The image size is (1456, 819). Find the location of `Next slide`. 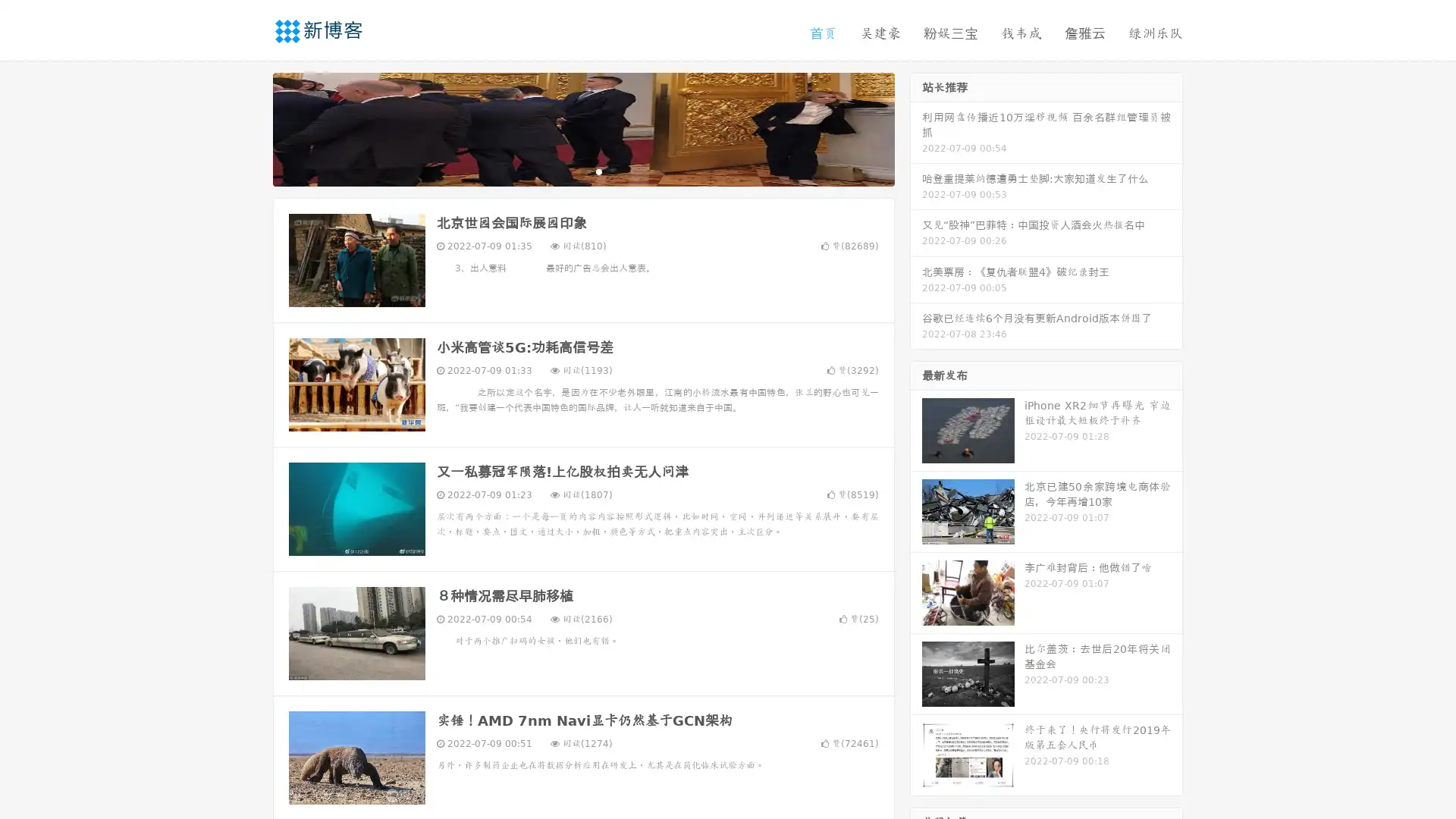

Next slide is located at coordinates (916, 127).